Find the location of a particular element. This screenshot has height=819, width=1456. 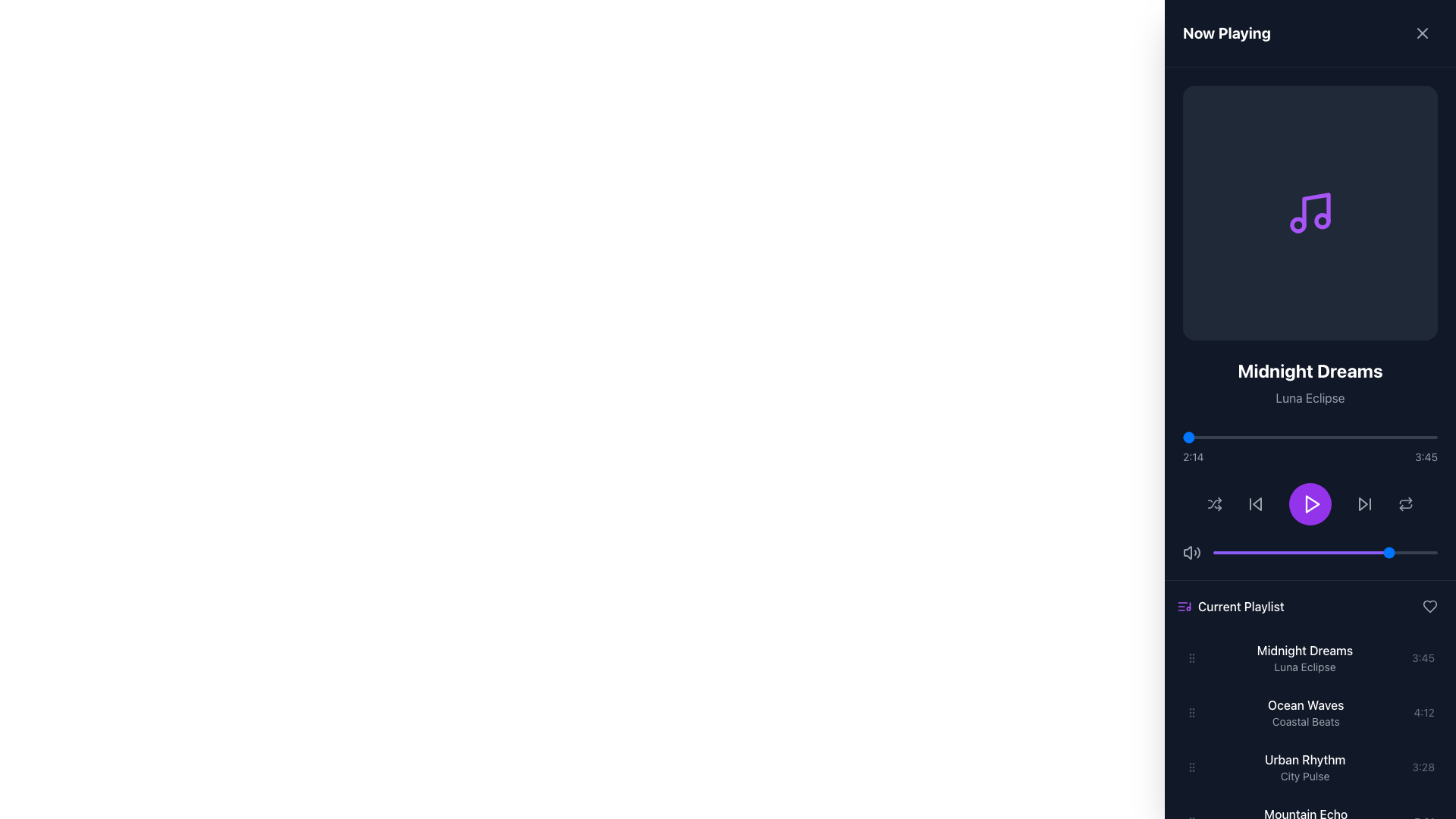

the heart-shaped icon on the right side of the 'Current Playlist' section to mark or unmark it as favorite is located at coordinates (1429, 605).